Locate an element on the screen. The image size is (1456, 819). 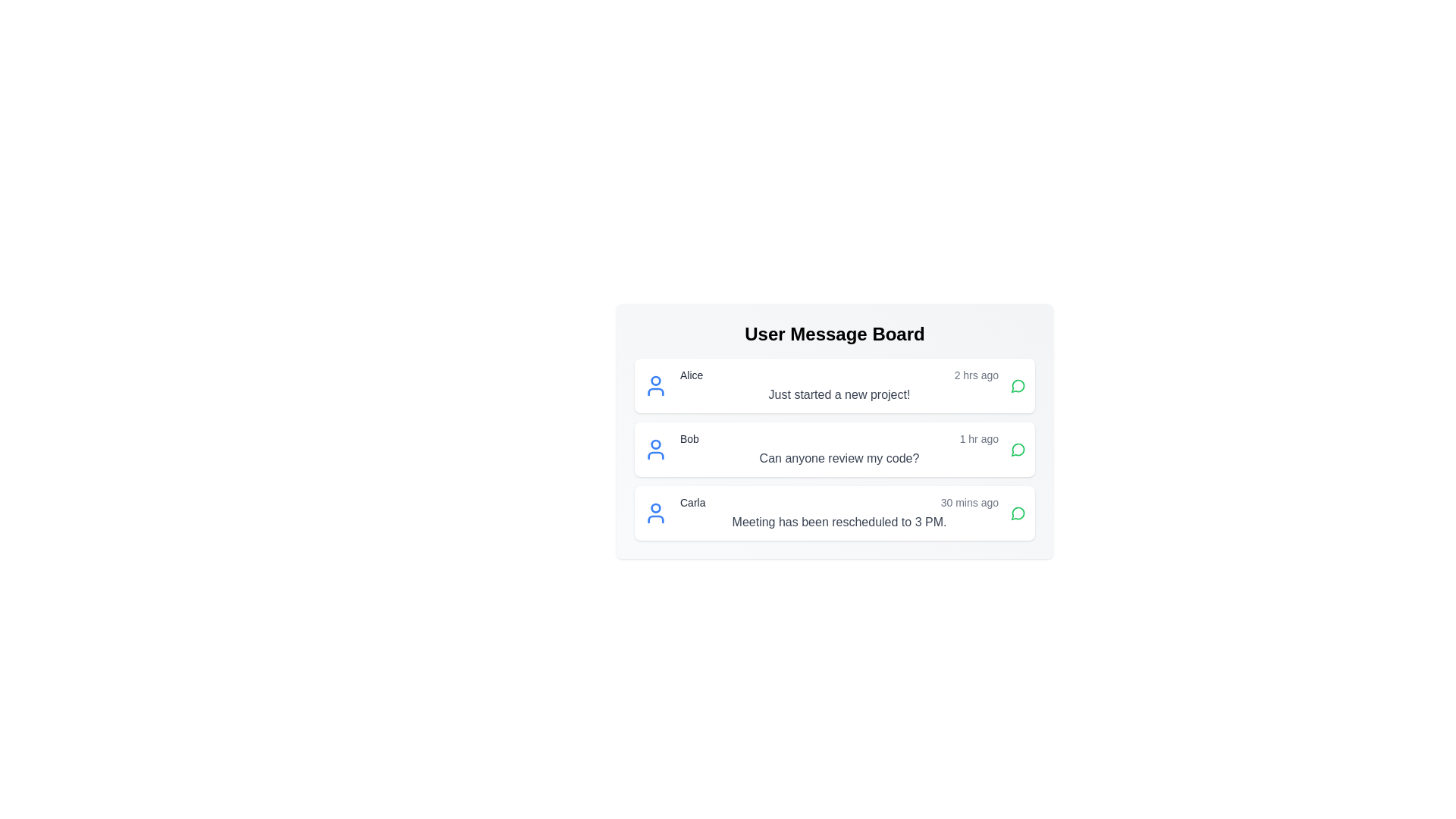
the action button for the message from Carla is located at coordinates (1018, 513).